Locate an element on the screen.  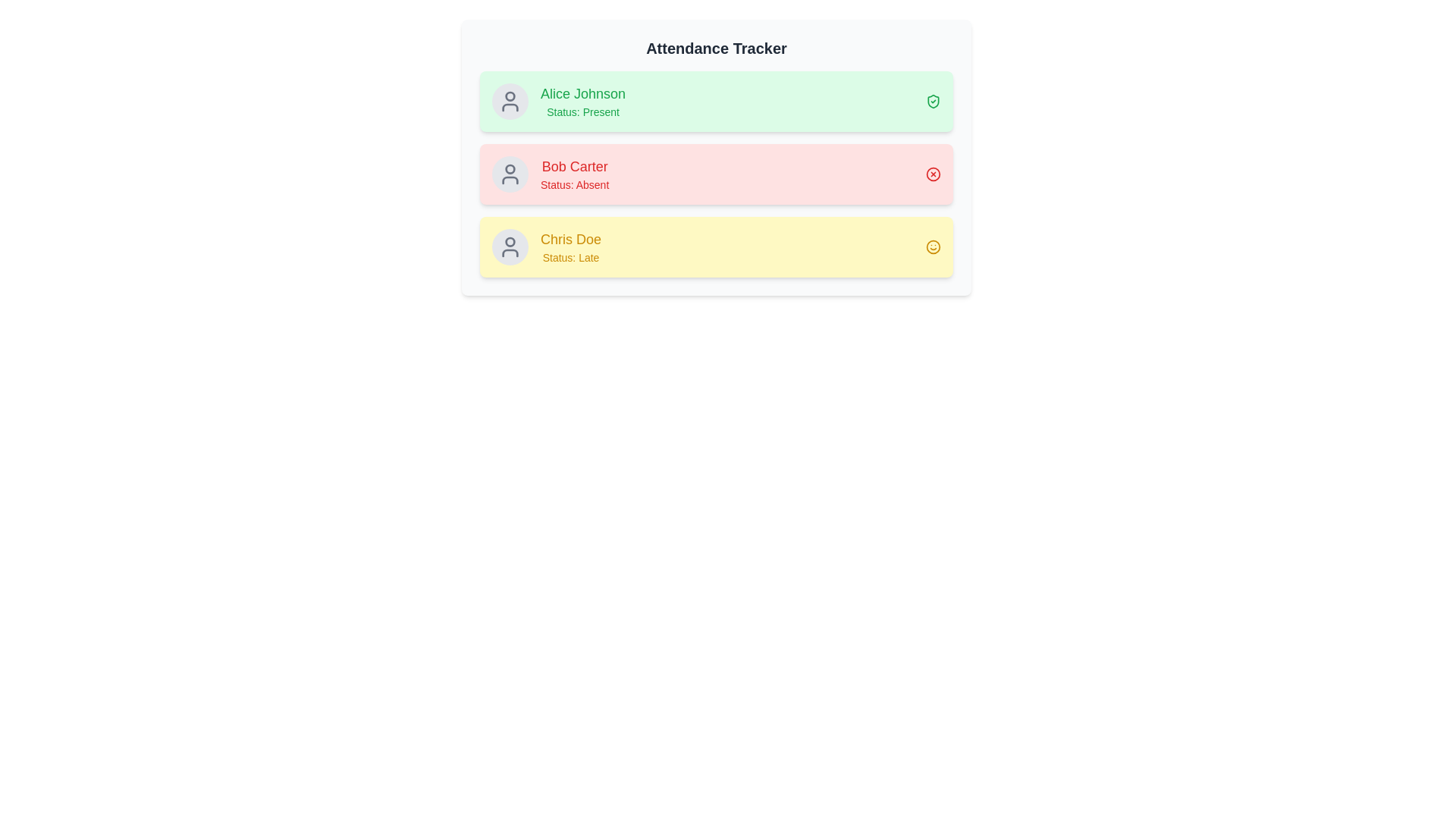
the user profile icon, which is an SVG-based representation of a user with a circular head and semi-oval body, located within a rounded square button in the yellow section of the 'Attendance Tracker' interface for 'Chris Doe' is located at coordinates (510, 246).